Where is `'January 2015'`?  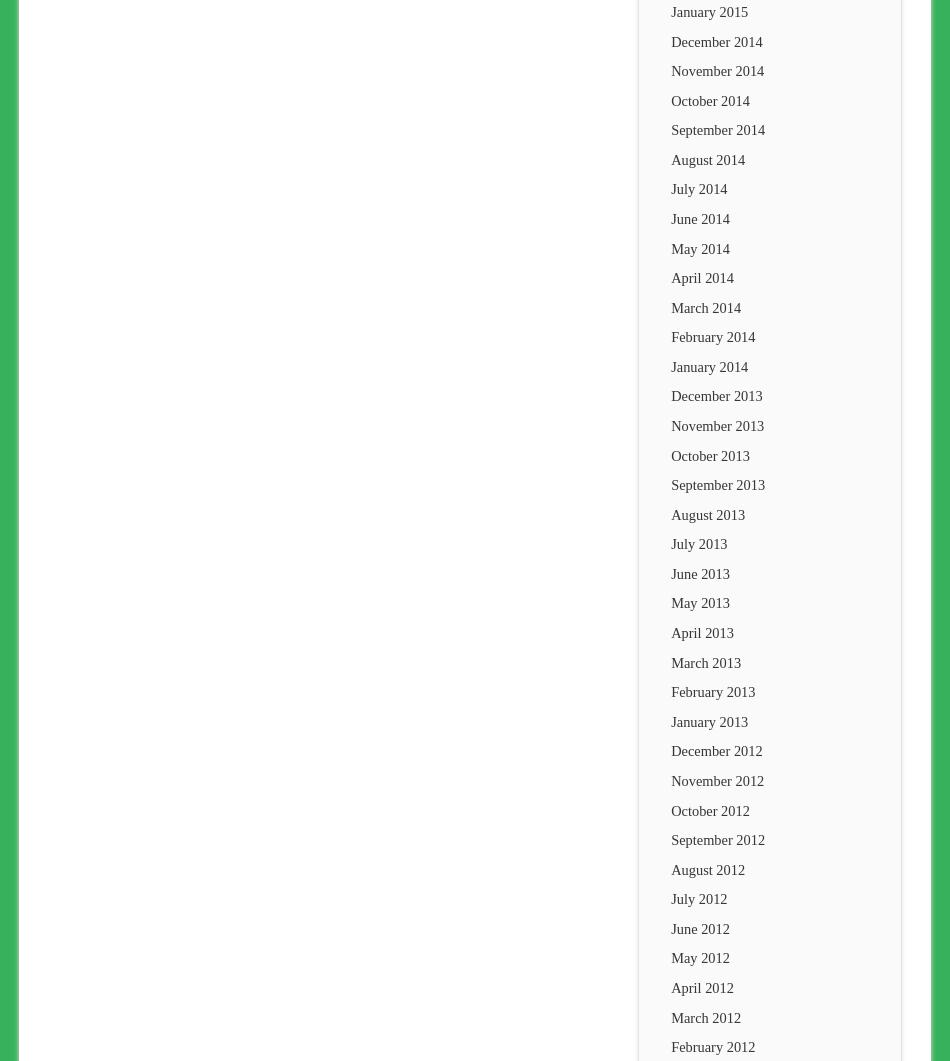
'January 2015' is located at coordinates (709, 11).